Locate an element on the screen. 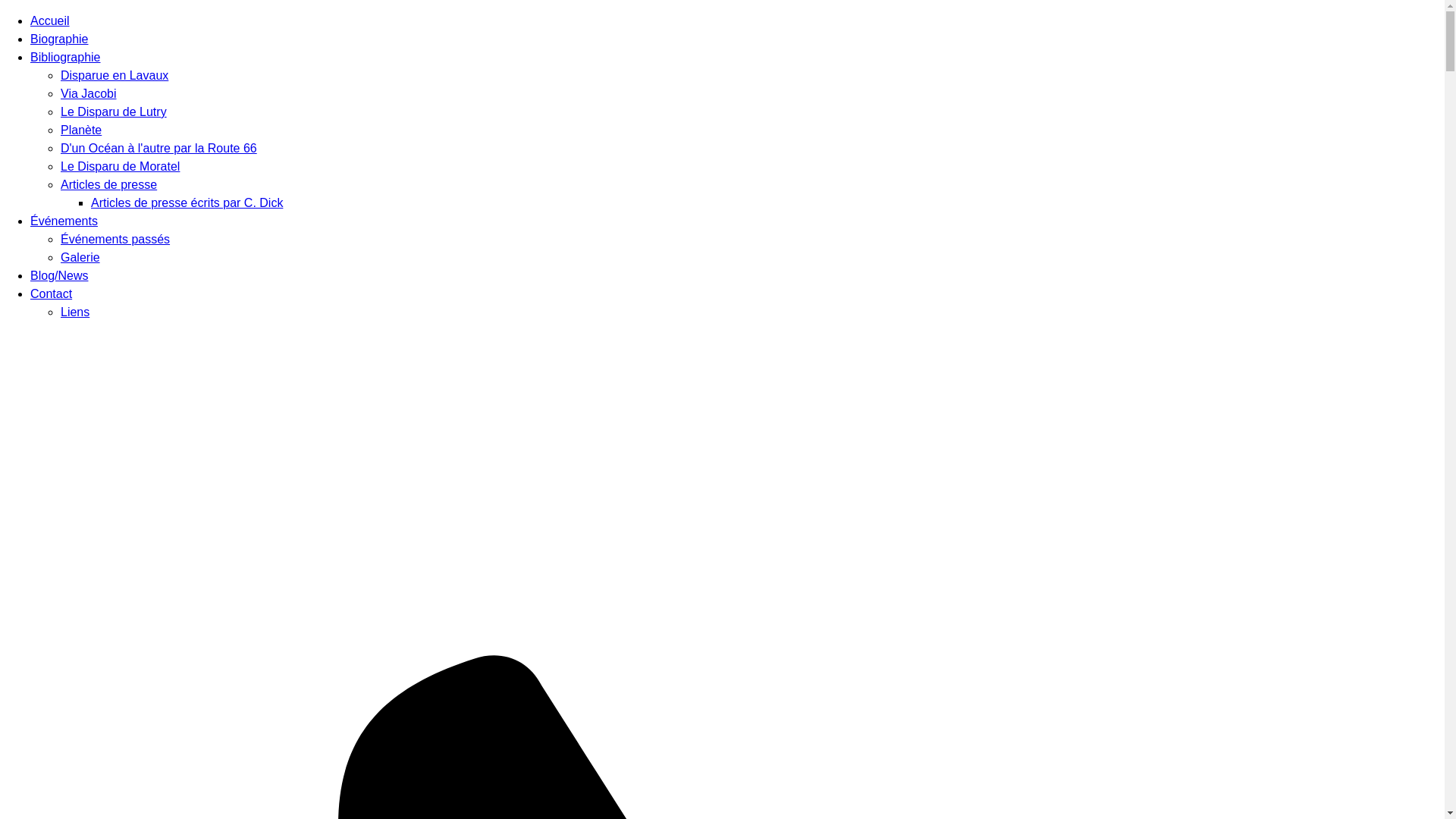  'Accueil' is located at coordinates (30, 20).